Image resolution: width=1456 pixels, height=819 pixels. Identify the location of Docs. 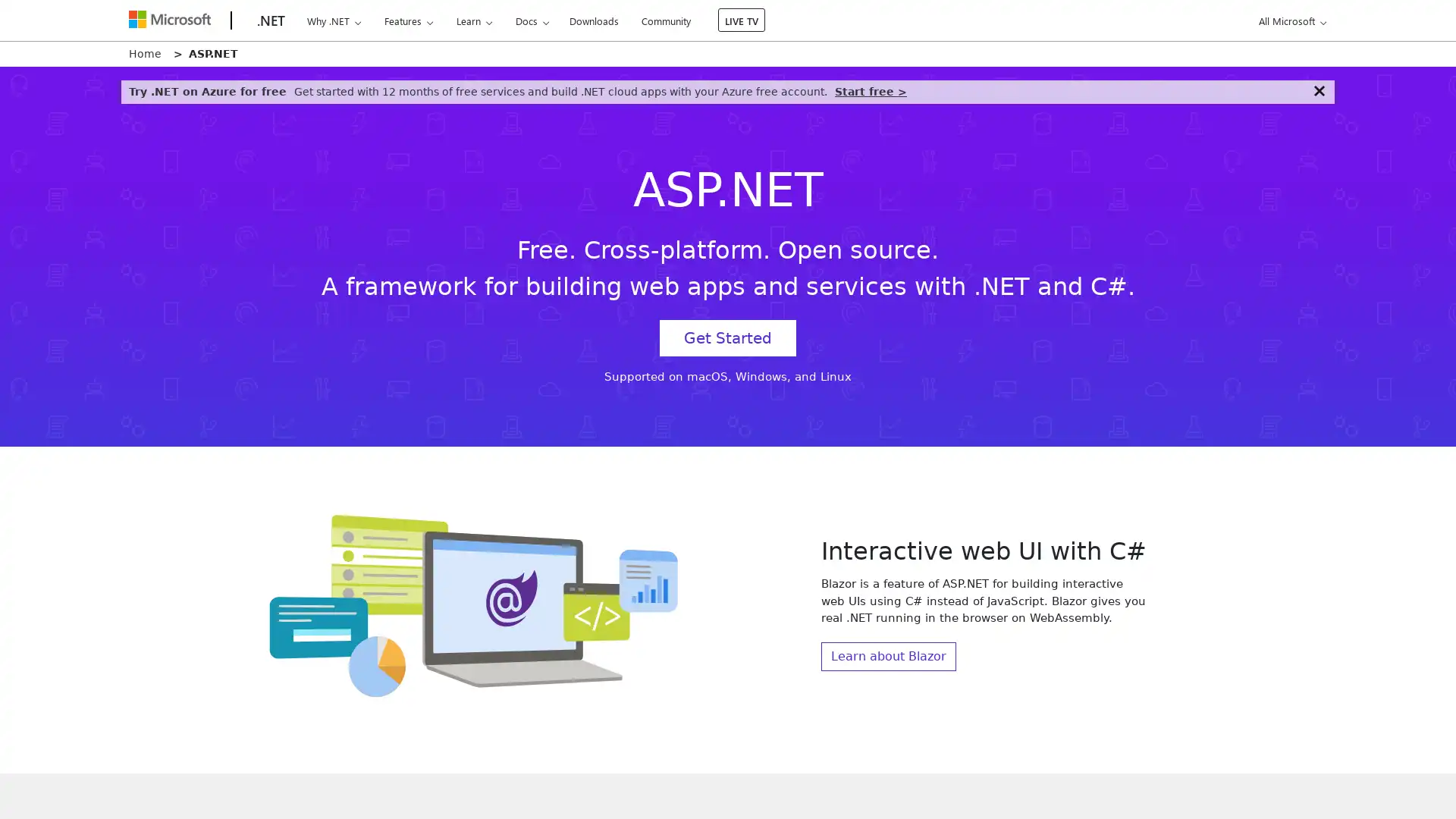
(532, 20).